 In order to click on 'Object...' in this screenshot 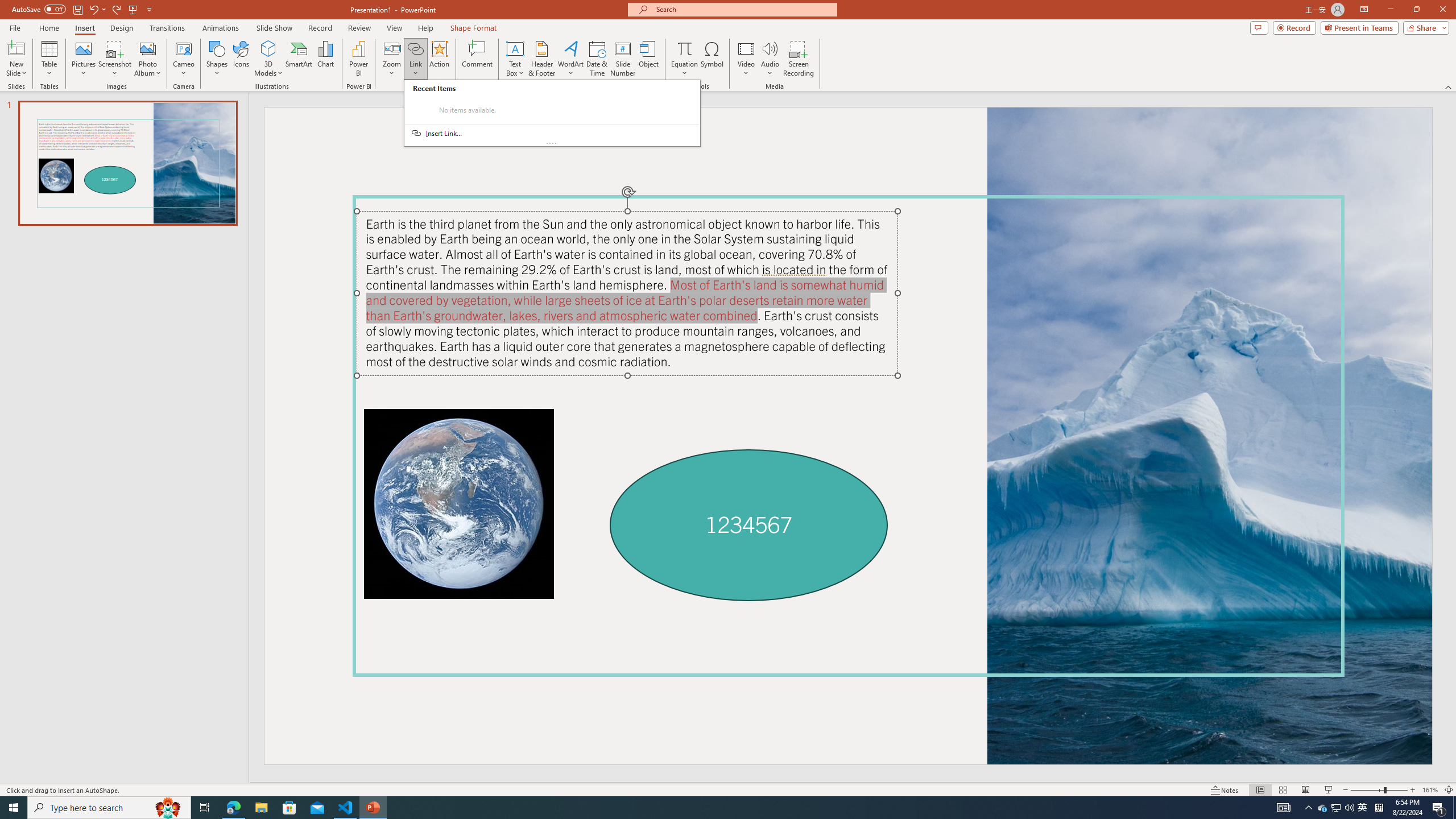, I will do `click(649, 59)`.